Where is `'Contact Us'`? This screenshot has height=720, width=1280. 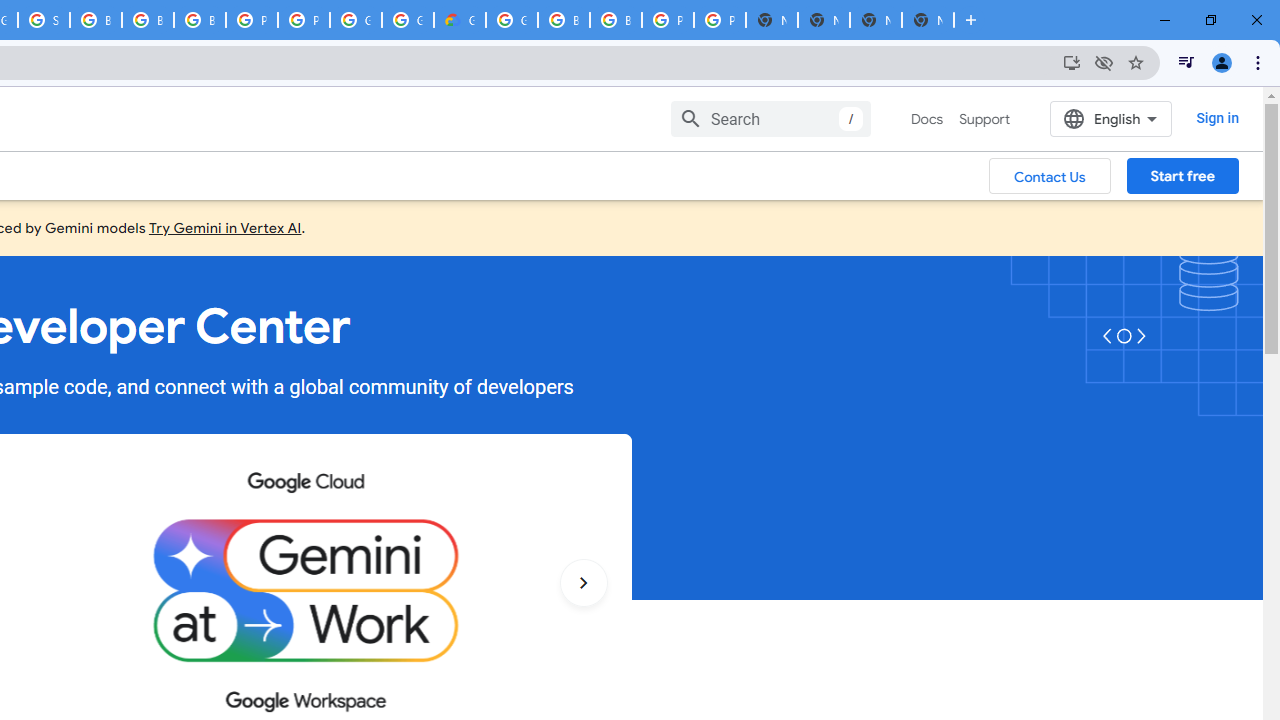
'Contact Us' is located at coordinates (1049, 174).